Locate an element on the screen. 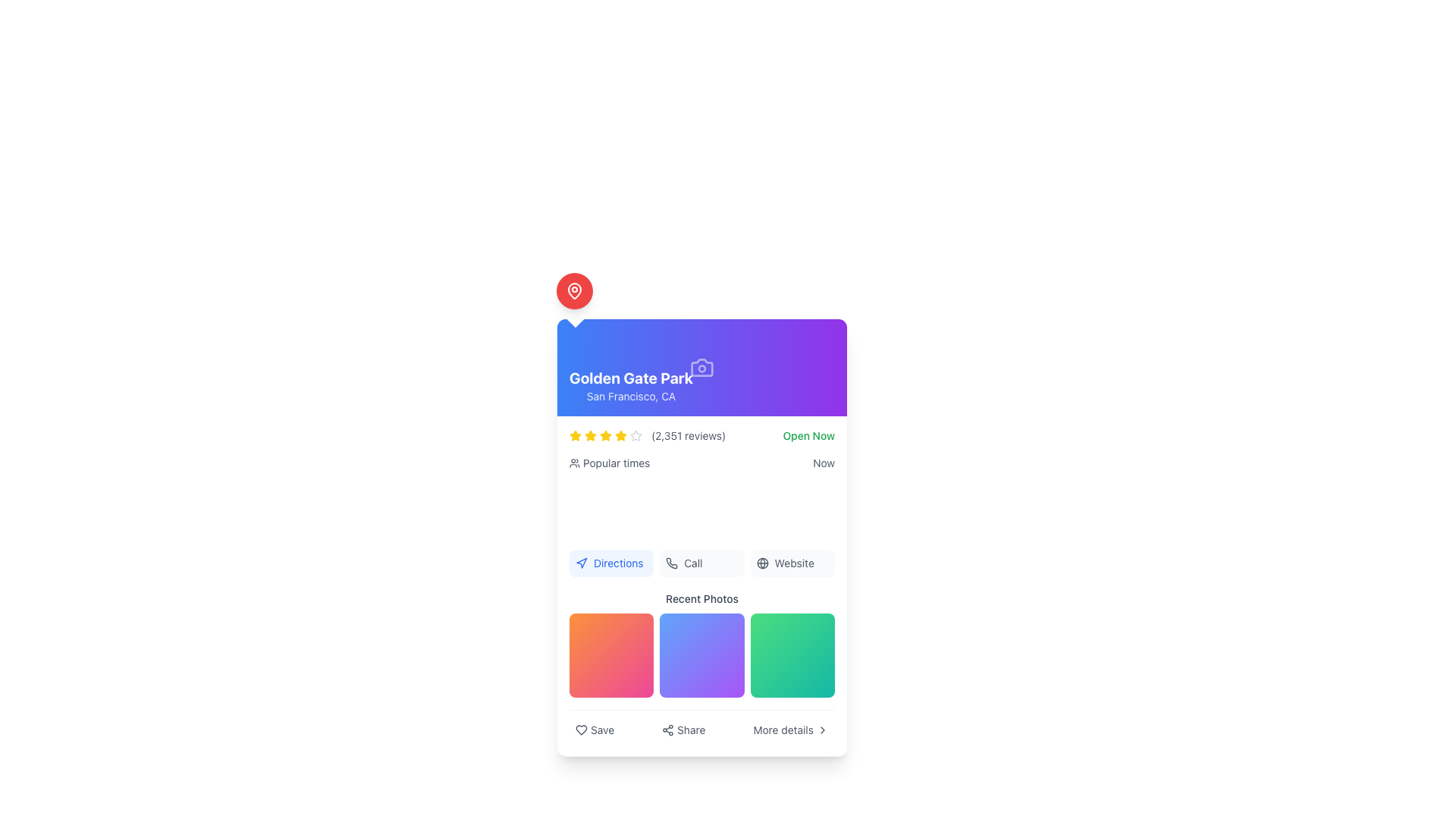 The image size is (1456, 819). the second Icon Button in the communication options that initiates a phone call is located at coordinates (671, 563).